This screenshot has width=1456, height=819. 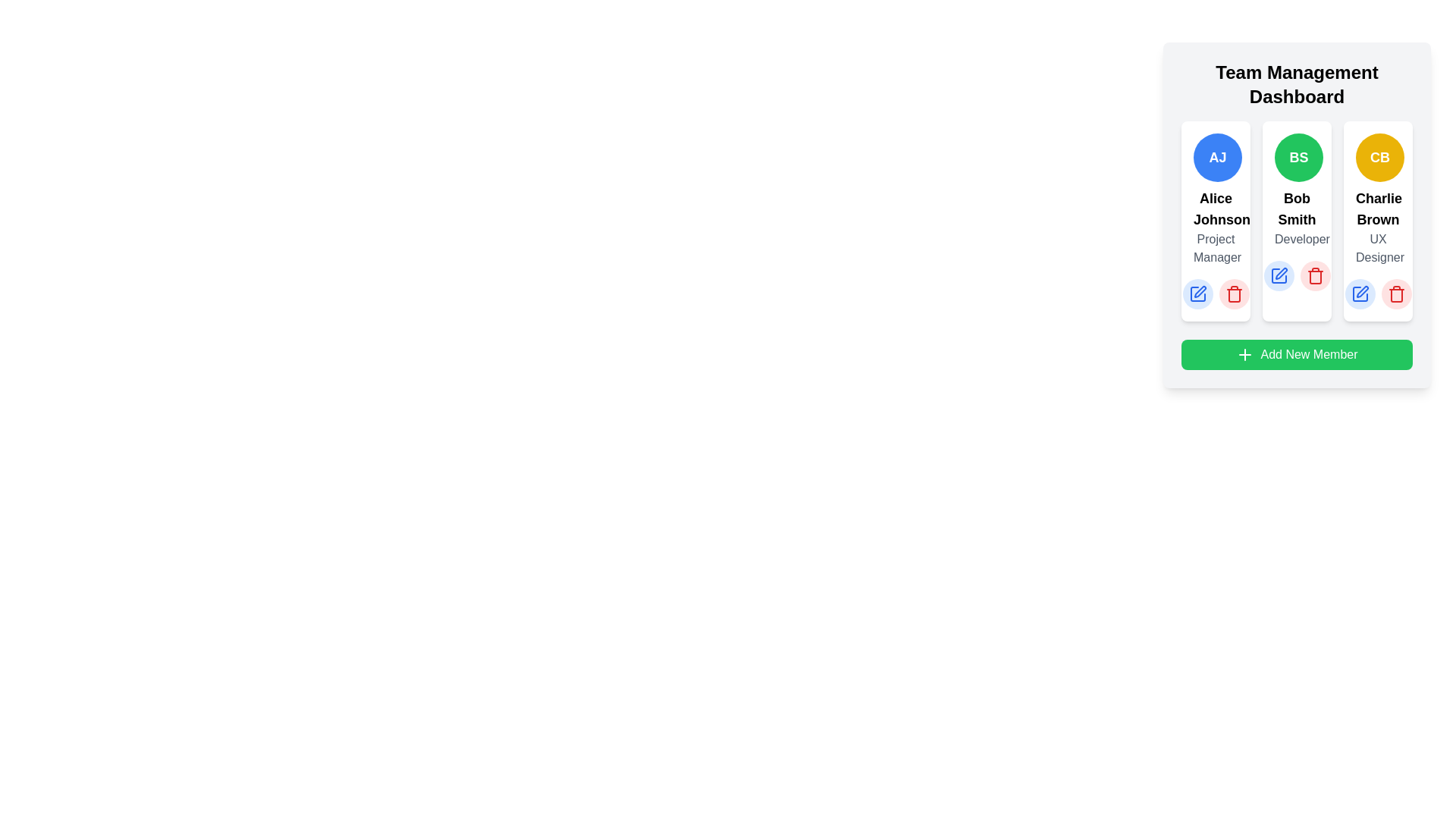 What do you see at coordinates (1278, 275) in the screenshot?
I see `the edit icon button located in the bottom-left corner of the card for 'Bob Smith' to trigger the hover state effect` at bounding box center [1278, 275].